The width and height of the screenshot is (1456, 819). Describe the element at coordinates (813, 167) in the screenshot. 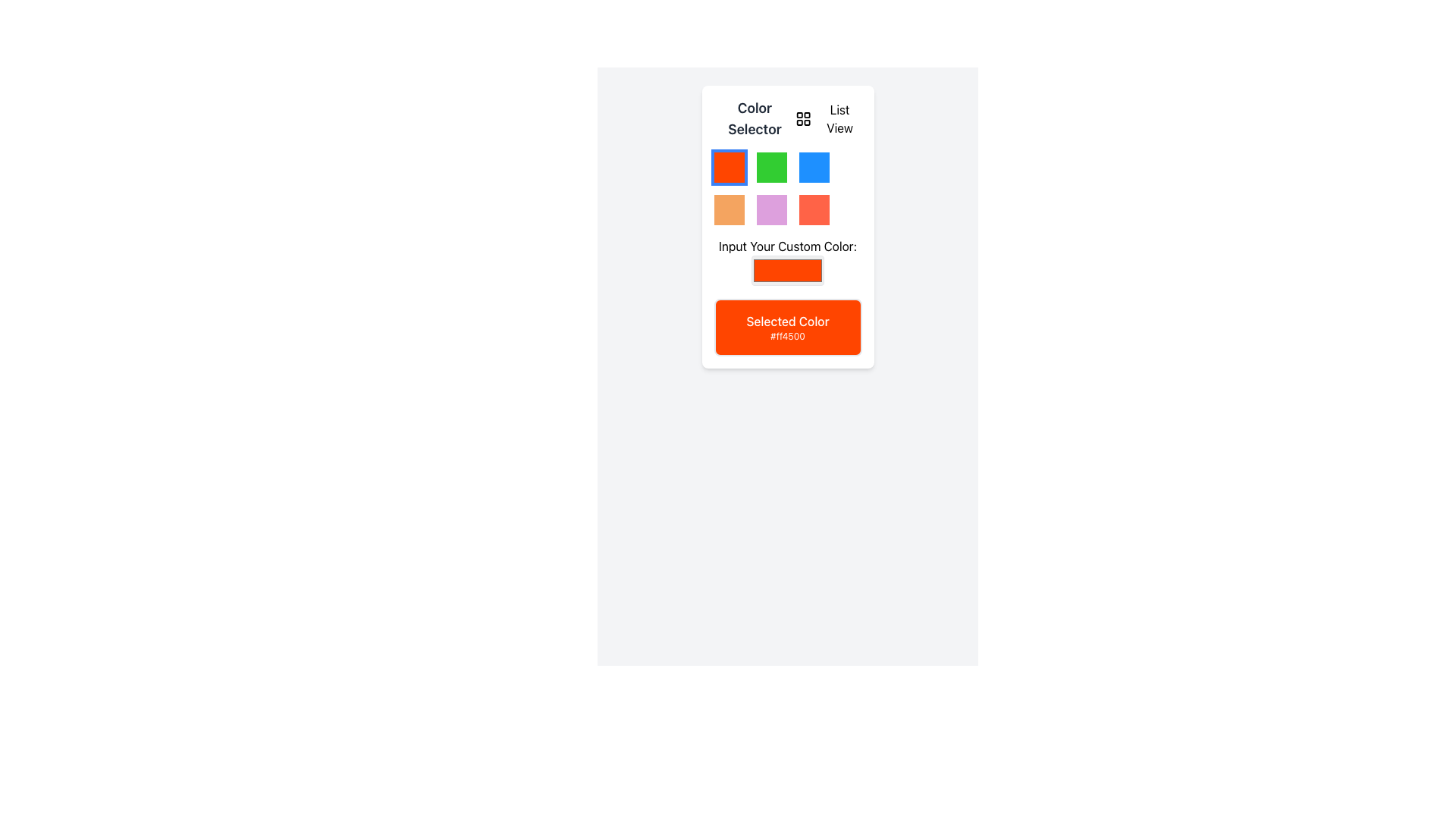

I see `the blue button located in the third column of the top row in a 3x2 grid layout` at that location.